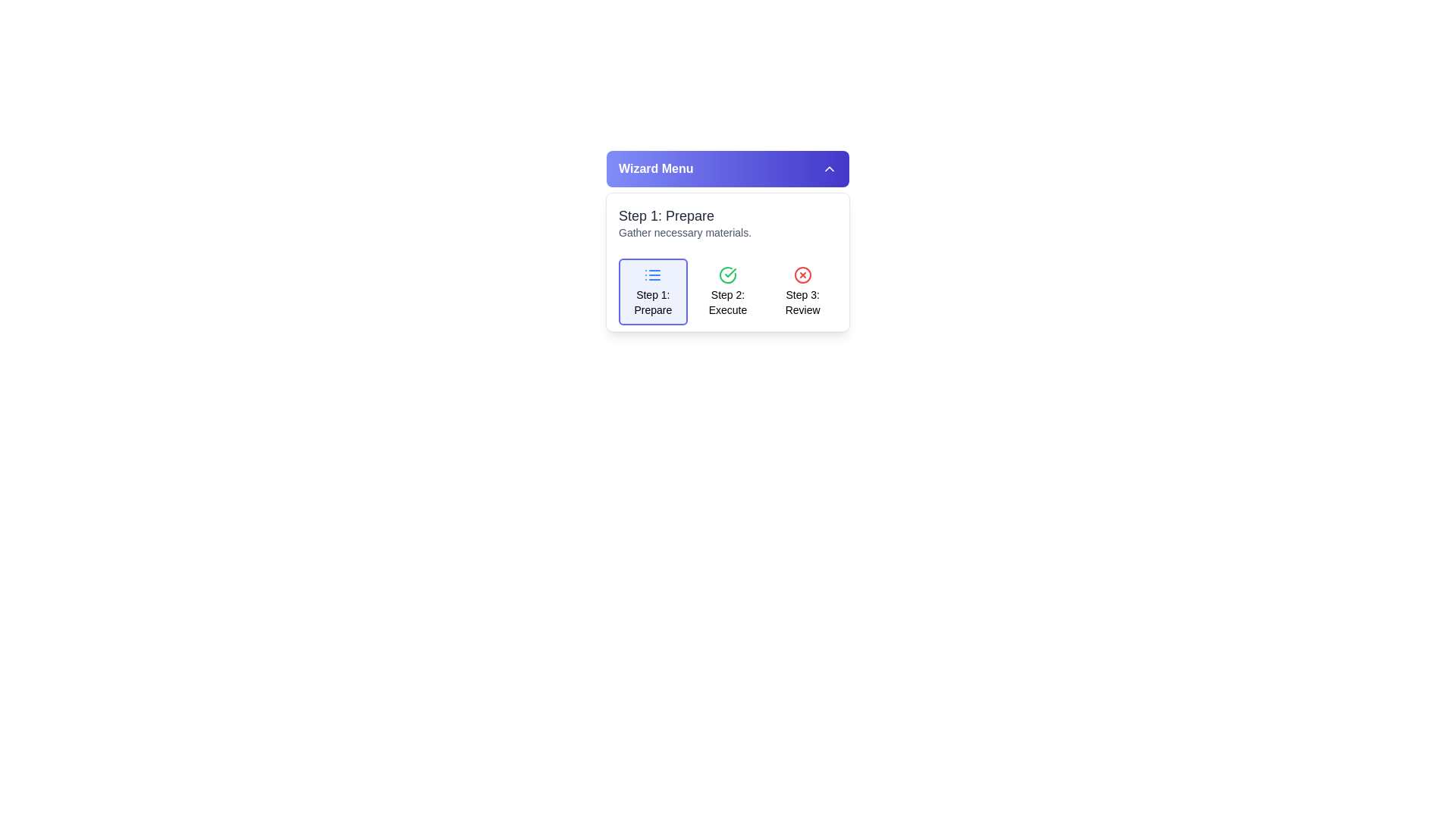 This screenshot has height=819, width=1456. What do you see at coordinates (728, 222) in the screenshot?
I see `the informational header text block located below the 'Wizard Menu' header and above the buttons labeled 'Step 1: Prepare', 'Step 2: Execute', and 'Step 3: Review'` at bounding box center [728, 222].